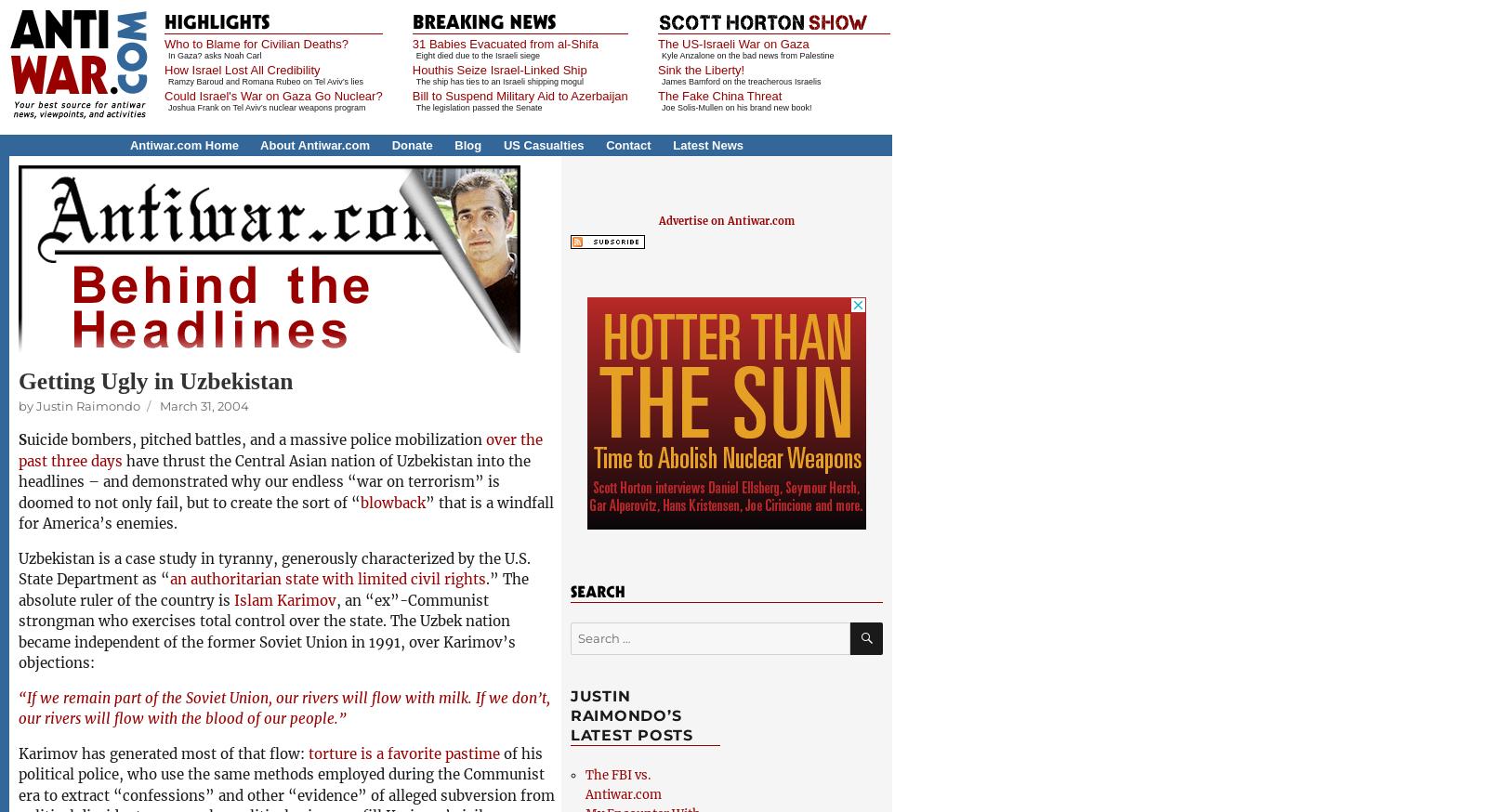  What do you see at coordinates (242, 70) in the screenshot?
I see `'How Israel Lost All Credibility'` at bounding box center [242, 70].